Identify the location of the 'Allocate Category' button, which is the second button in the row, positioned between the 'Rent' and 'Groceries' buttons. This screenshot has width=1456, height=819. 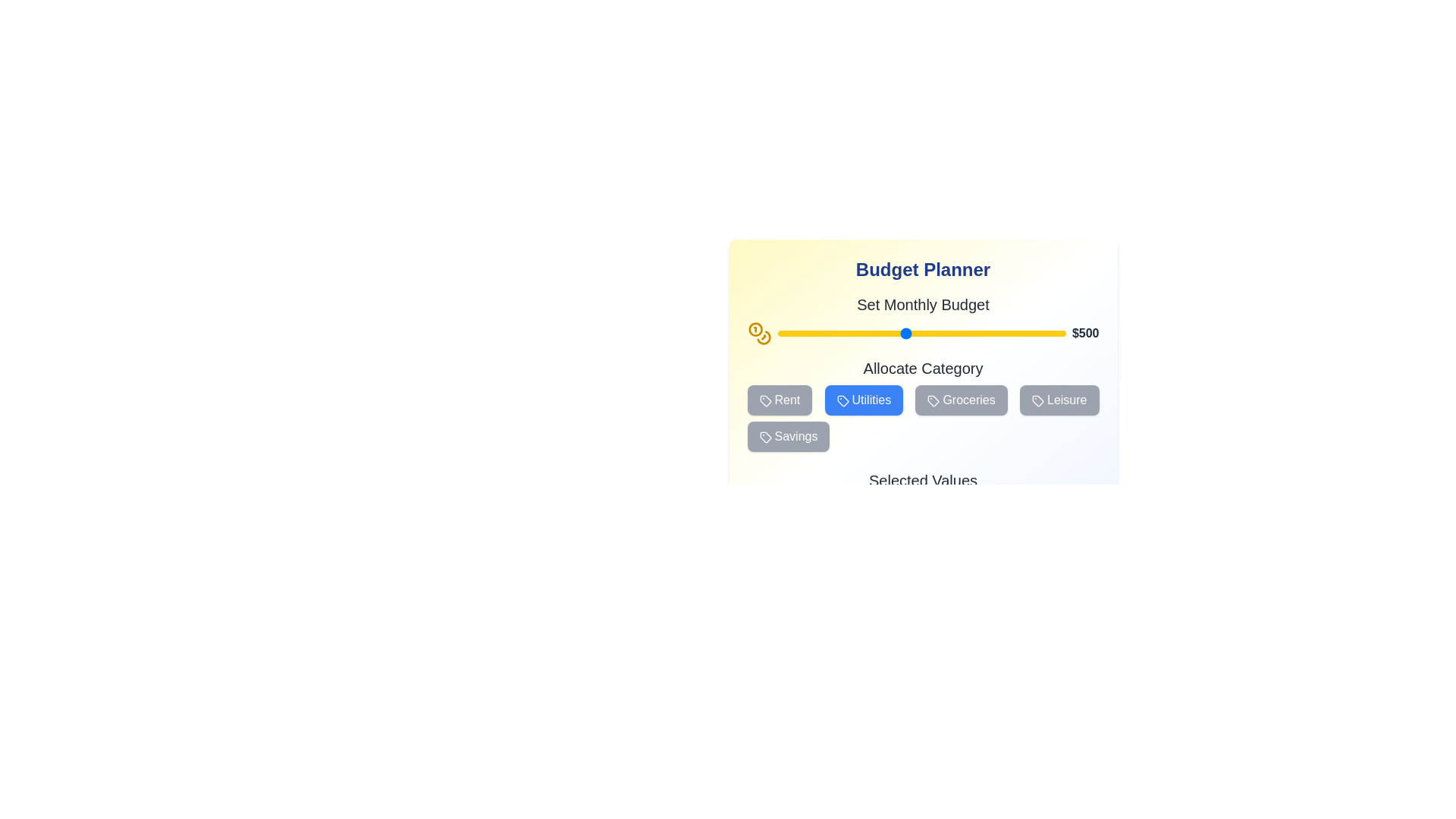
(864, 400).